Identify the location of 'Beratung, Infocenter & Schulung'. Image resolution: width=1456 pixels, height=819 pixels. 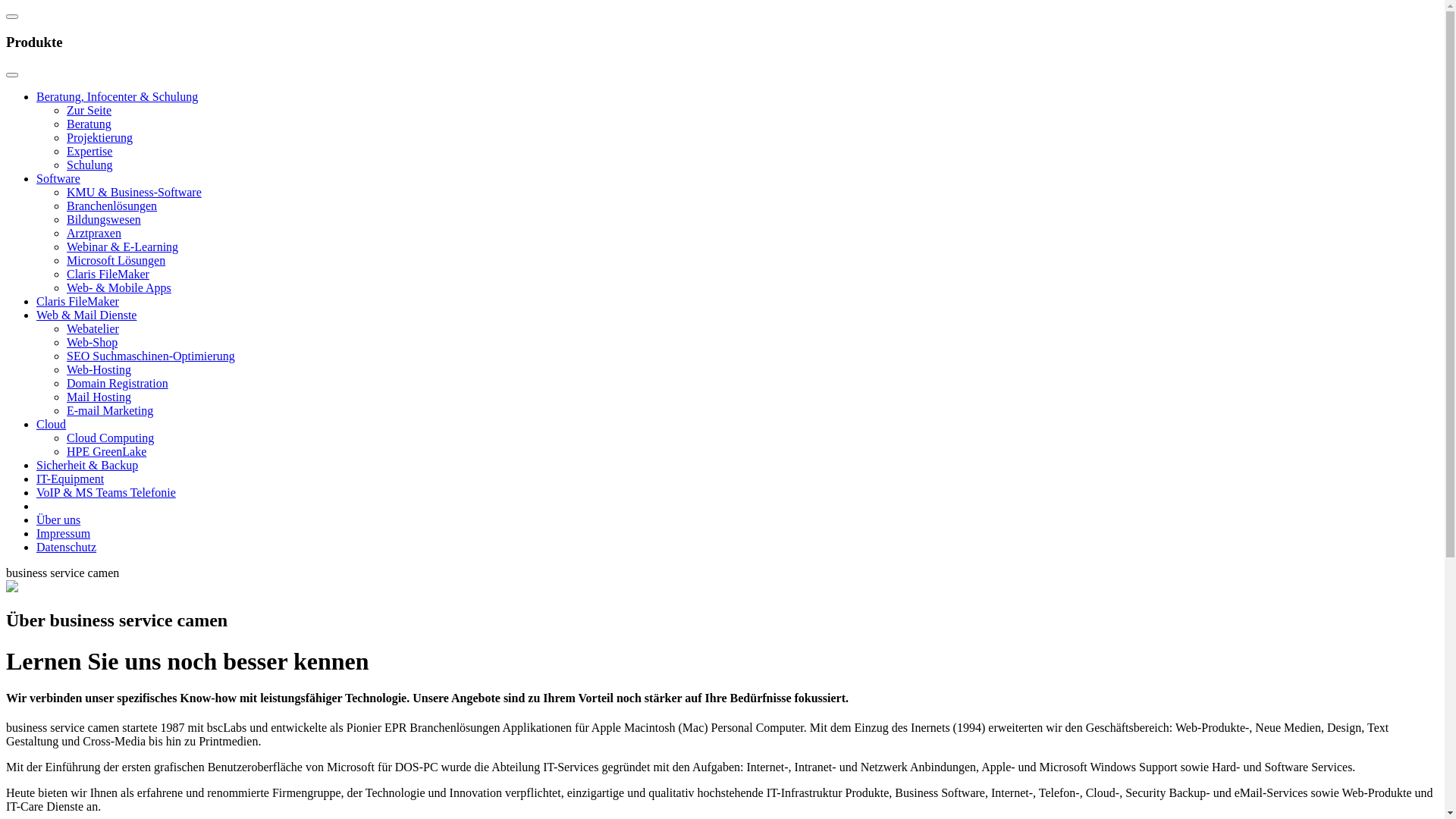
(116, 96).